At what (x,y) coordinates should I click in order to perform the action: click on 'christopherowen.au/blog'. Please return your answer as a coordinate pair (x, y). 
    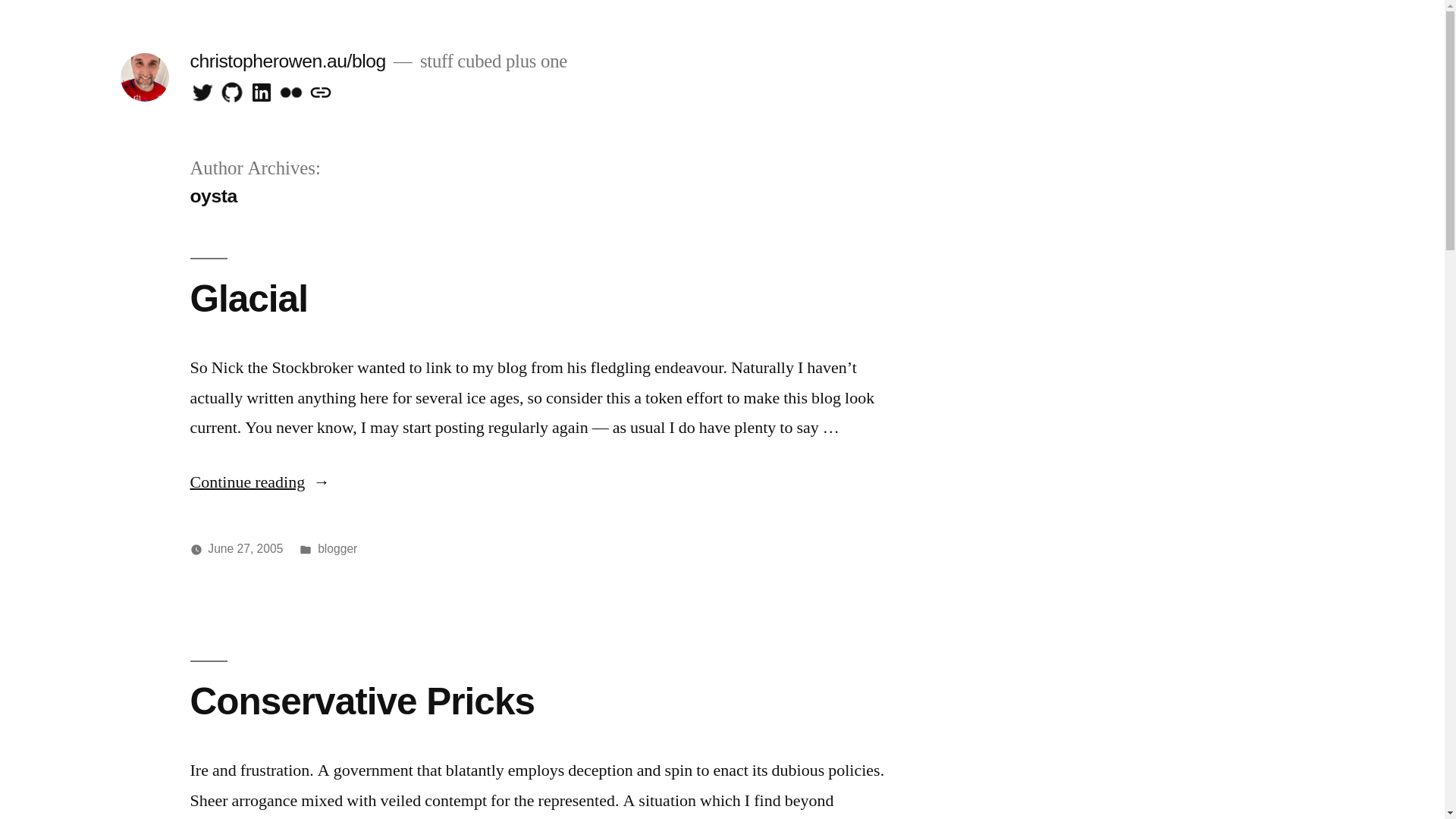
    Looking at the image, I should click on (287, 60).